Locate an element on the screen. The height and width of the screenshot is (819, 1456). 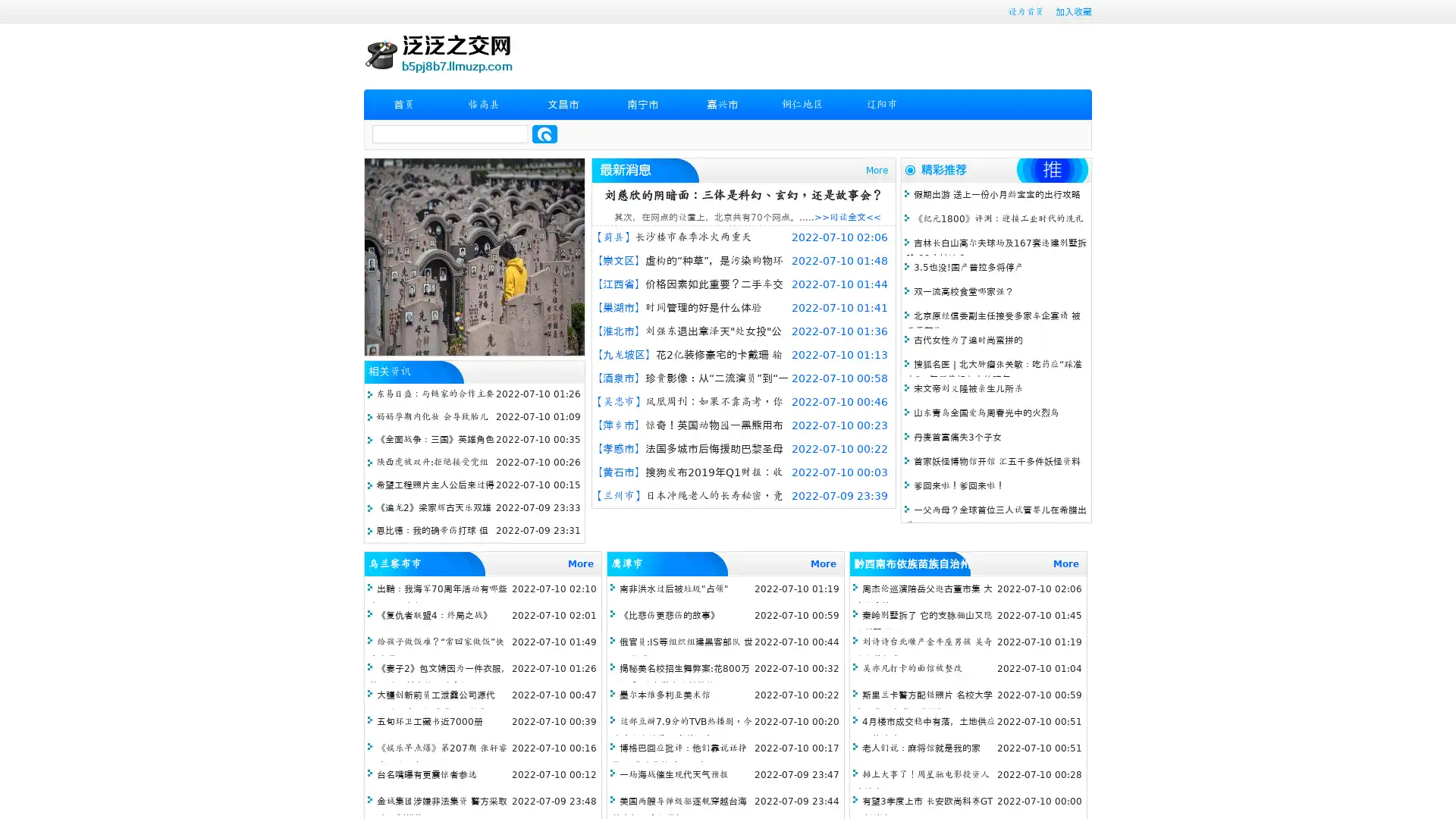
Search is located at coordinates (544, 133).